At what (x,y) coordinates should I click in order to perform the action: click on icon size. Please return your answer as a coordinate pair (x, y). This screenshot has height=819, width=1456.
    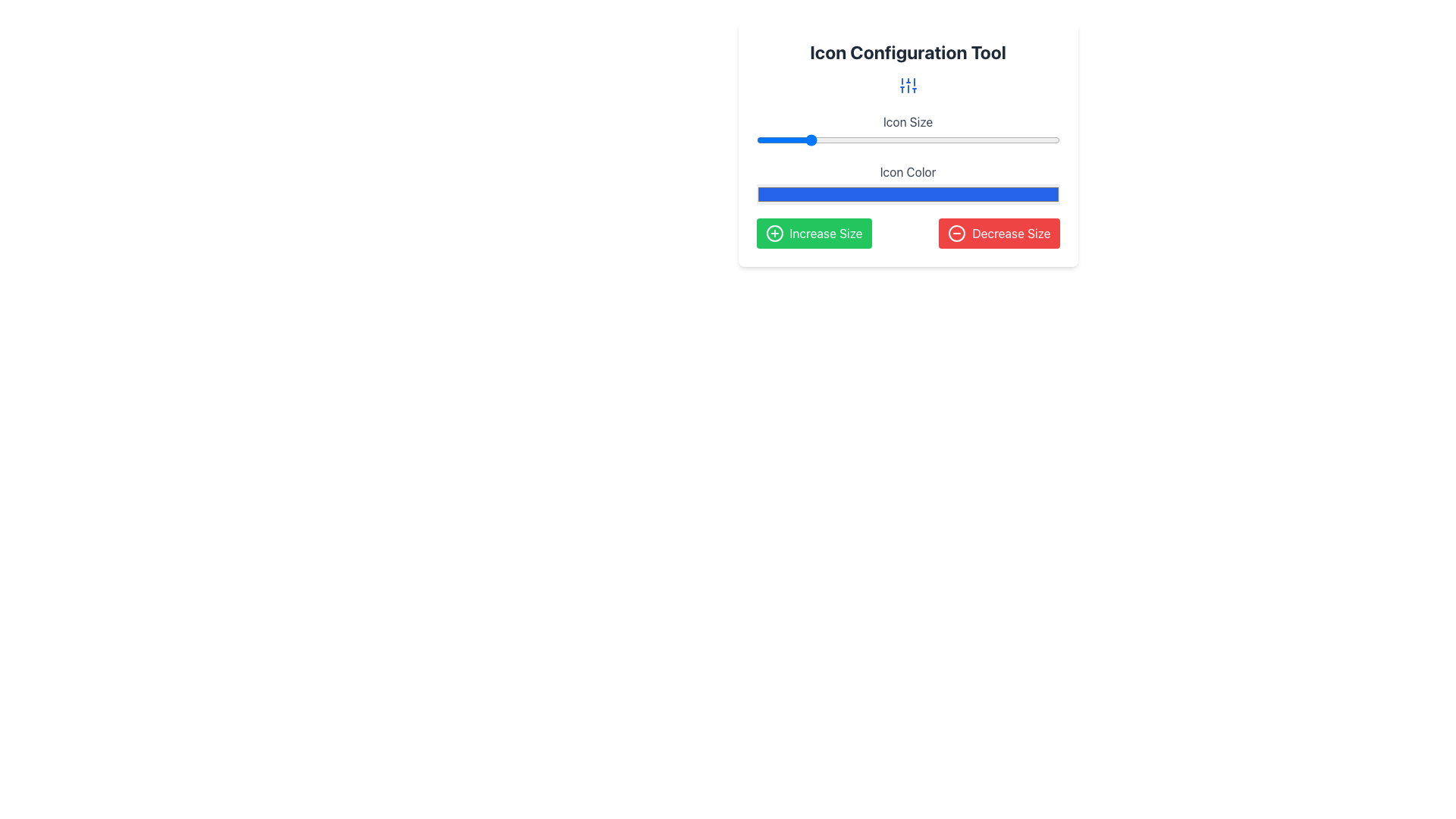
    Looking at the image, I should click on (1003, 140).